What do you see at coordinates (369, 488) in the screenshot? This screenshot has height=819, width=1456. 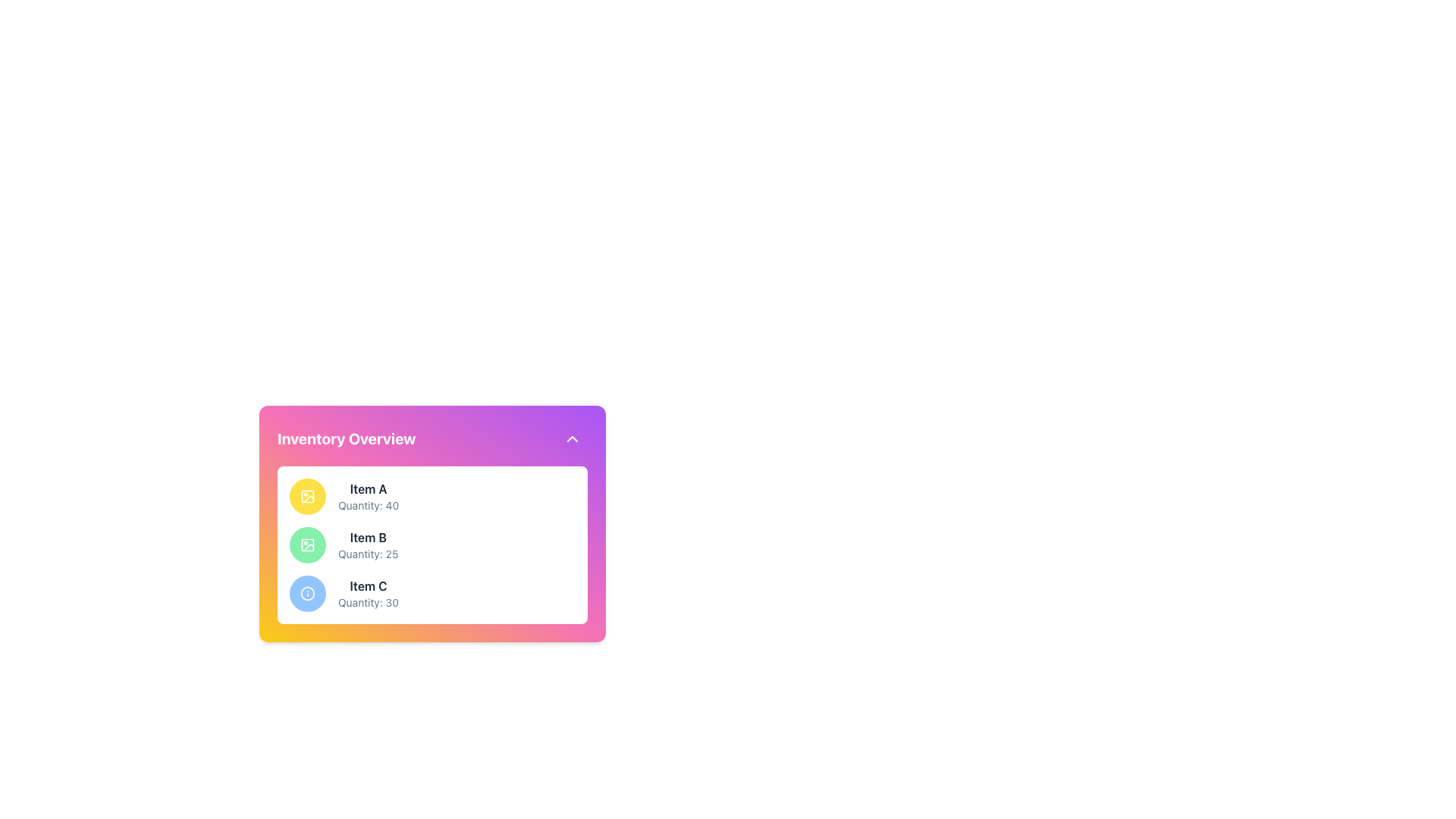 I see `the text label identifying 'Item A', located in the top entry of the inventory list, next to the yellow icon and above 'Quantity: 40'` at bounding box center [369, 488].